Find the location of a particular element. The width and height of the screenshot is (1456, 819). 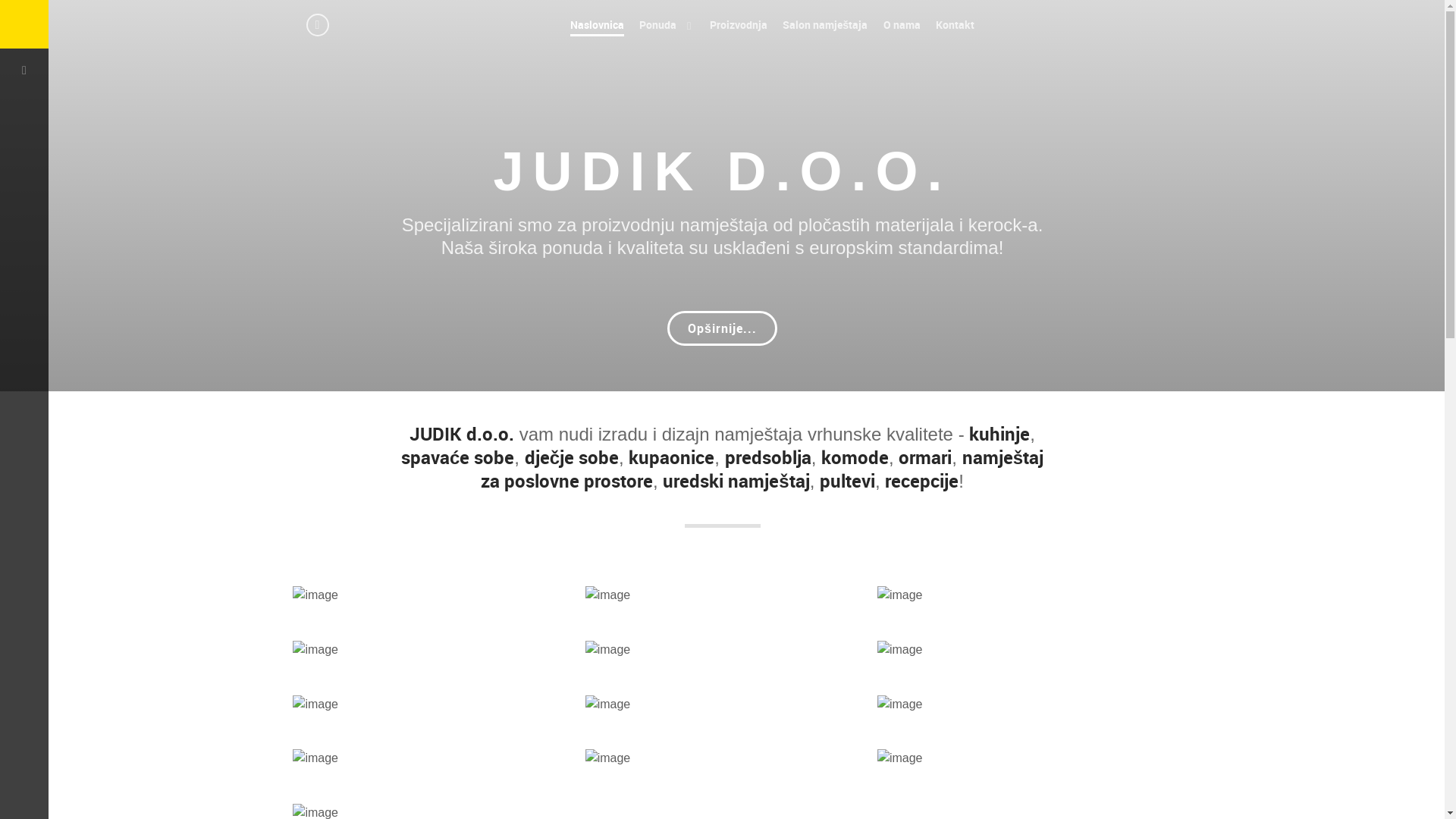

'Naslovnica' is located at coordinates (596, 24).